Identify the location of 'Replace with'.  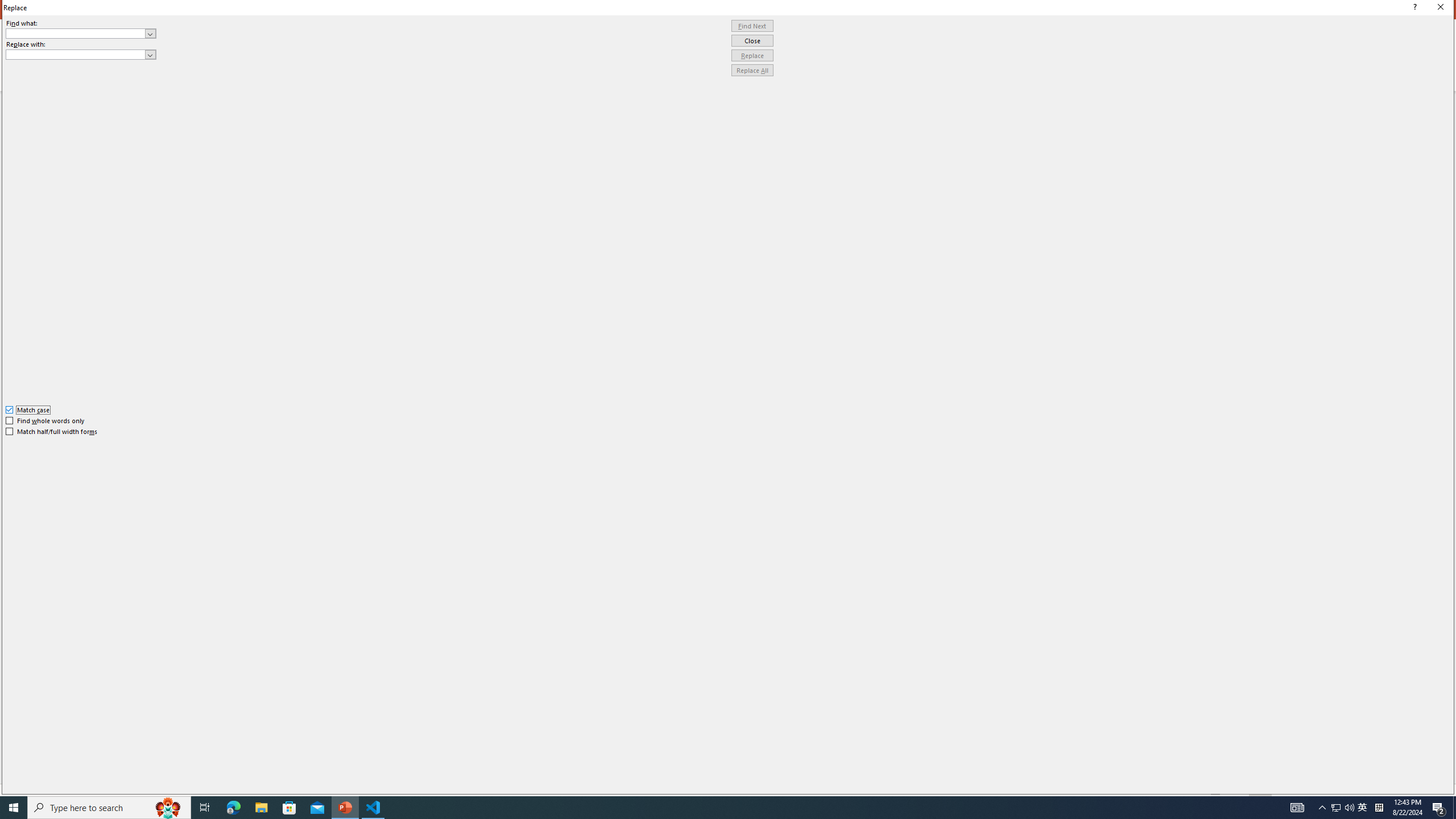
(76, 54).